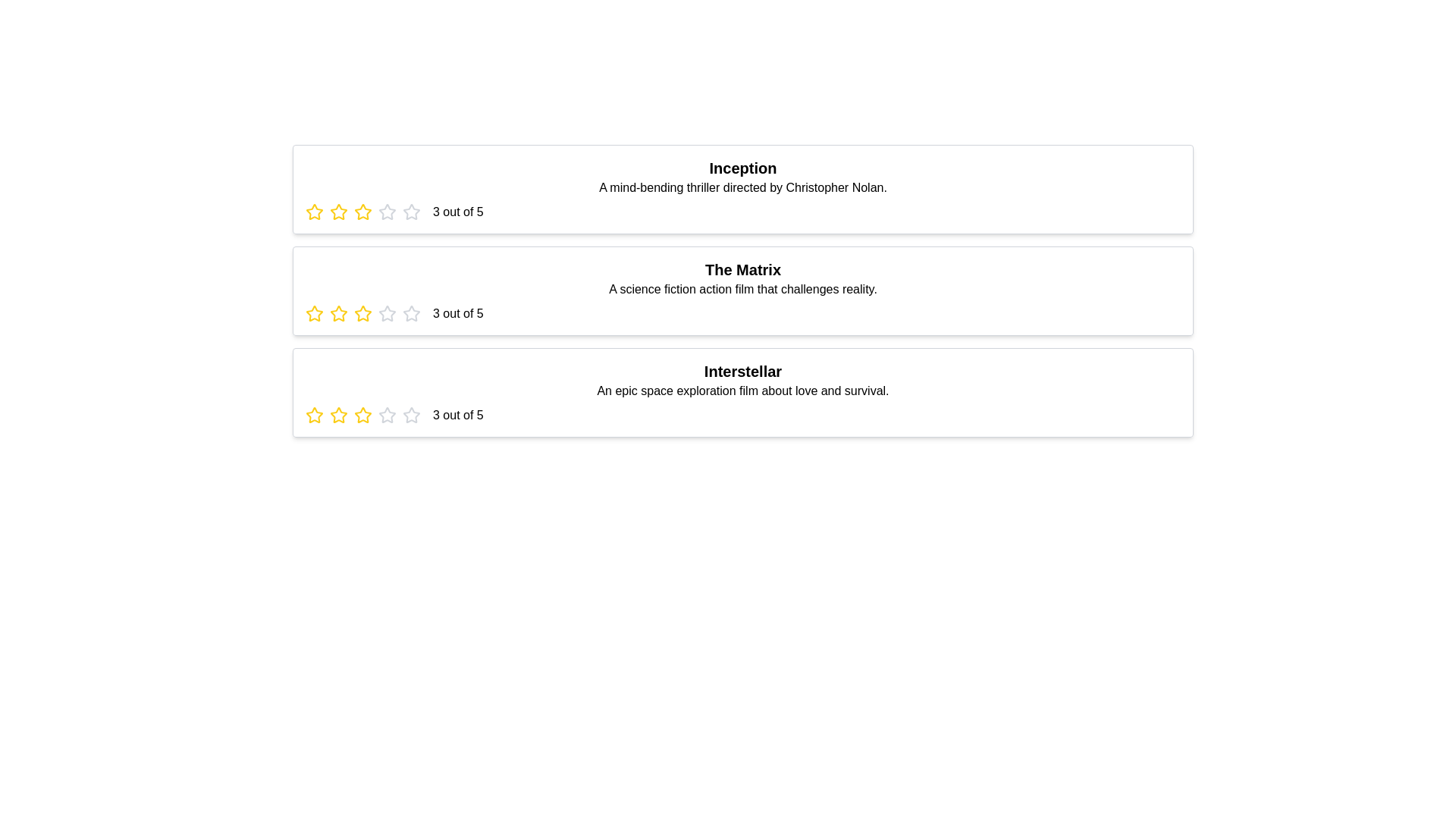 Image resolution: width=1456 pixels, height=819 pixels. Describe the element at coordinates (313, 312) in the screenshot. I see `the star corresponding to 1 stars for the movie titled The Matrix` at that location.